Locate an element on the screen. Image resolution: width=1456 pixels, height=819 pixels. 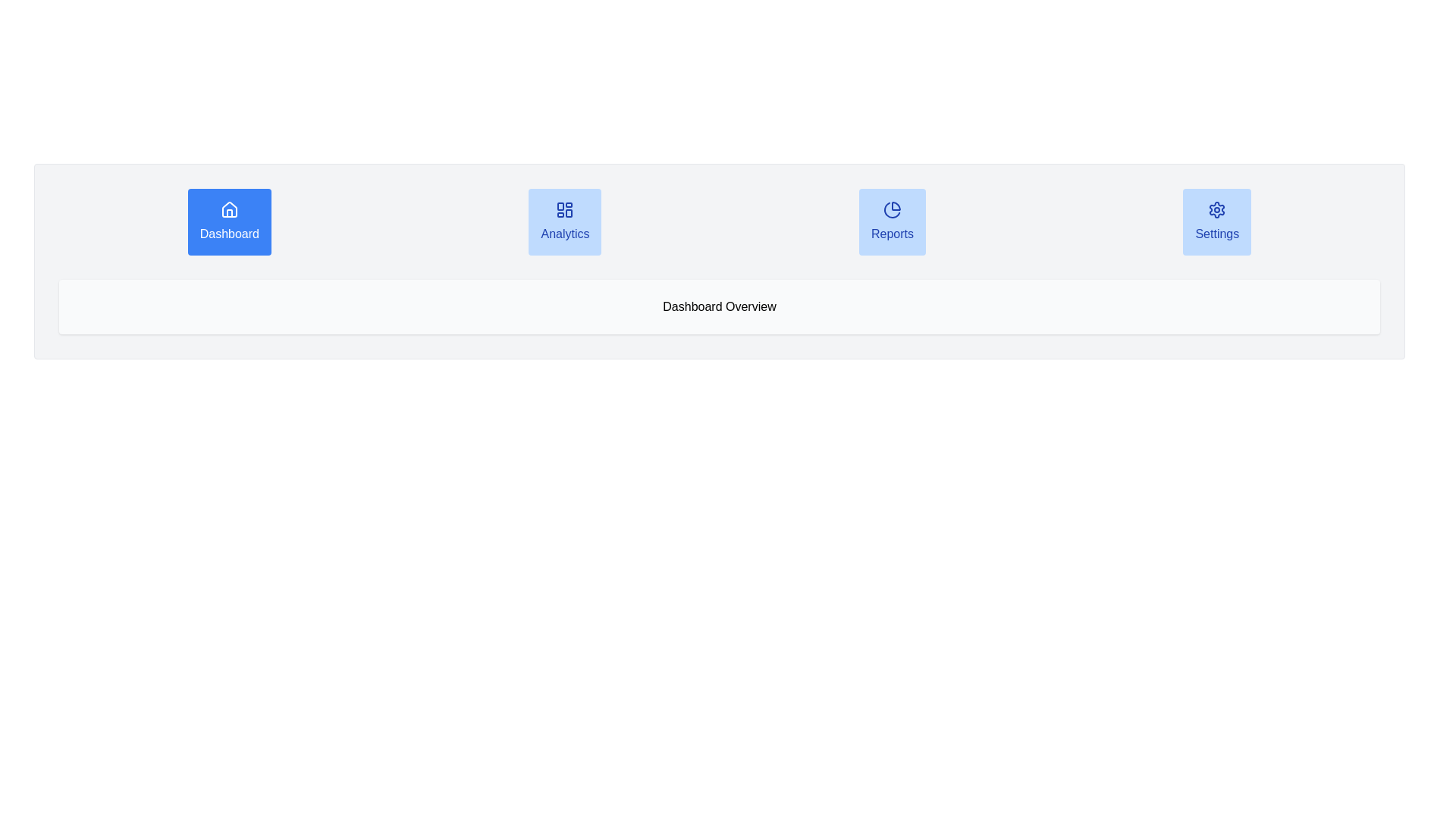
the settings button located at the top-right corner of the interface is located at coordinates (1217, 234).